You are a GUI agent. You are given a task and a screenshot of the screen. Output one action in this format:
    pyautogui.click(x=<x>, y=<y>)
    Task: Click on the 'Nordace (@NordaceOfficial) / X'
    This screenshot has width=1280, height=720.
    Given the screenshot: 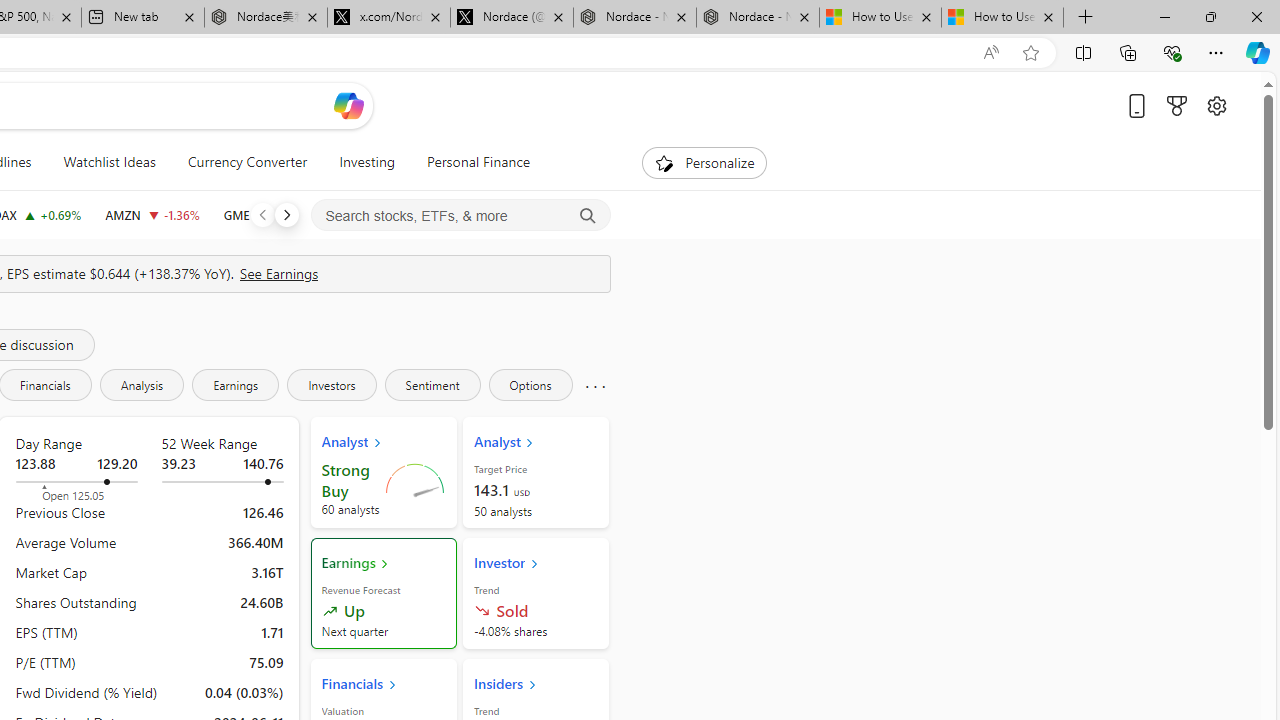 What is the action you would take?
    pyautogui.click(x=512, y=17)
    